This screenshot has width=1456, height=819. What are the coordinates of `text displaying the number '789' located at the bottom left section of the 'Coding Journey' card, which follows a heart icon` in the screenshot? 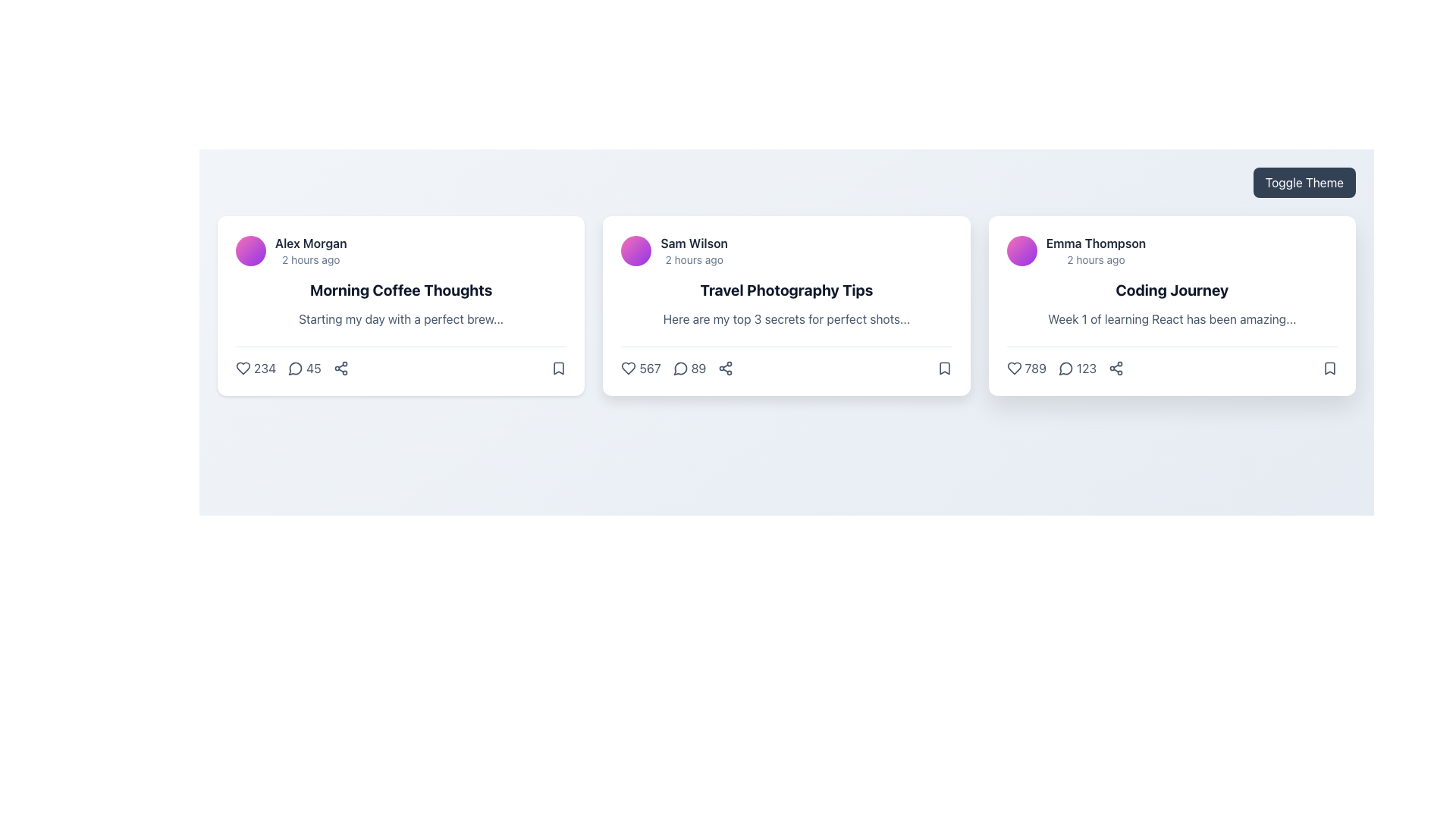 It's located at (1034, 369).